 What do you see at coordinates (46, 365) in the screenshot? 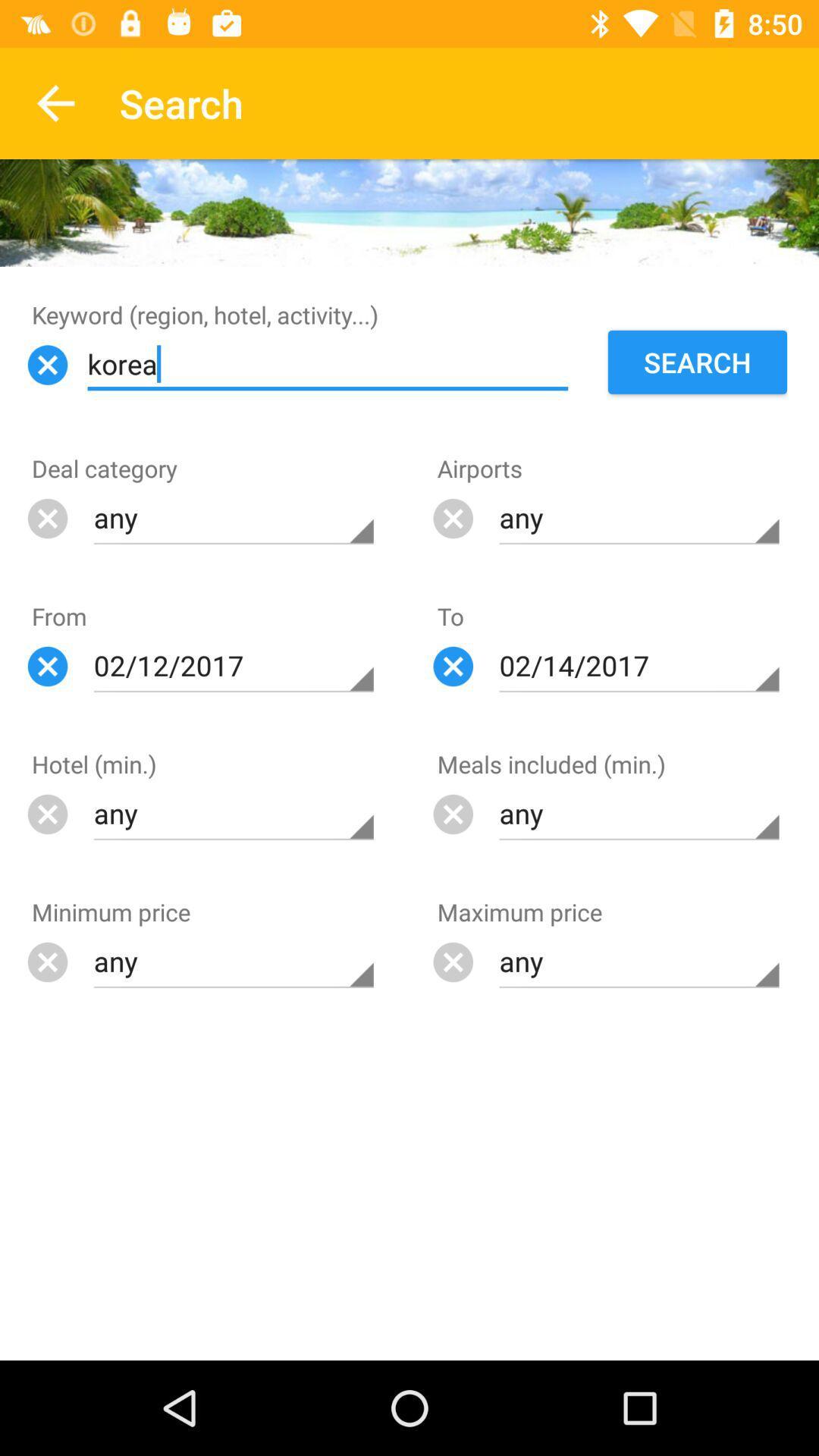
I see `the close icon` at bounding box center [46, 365].